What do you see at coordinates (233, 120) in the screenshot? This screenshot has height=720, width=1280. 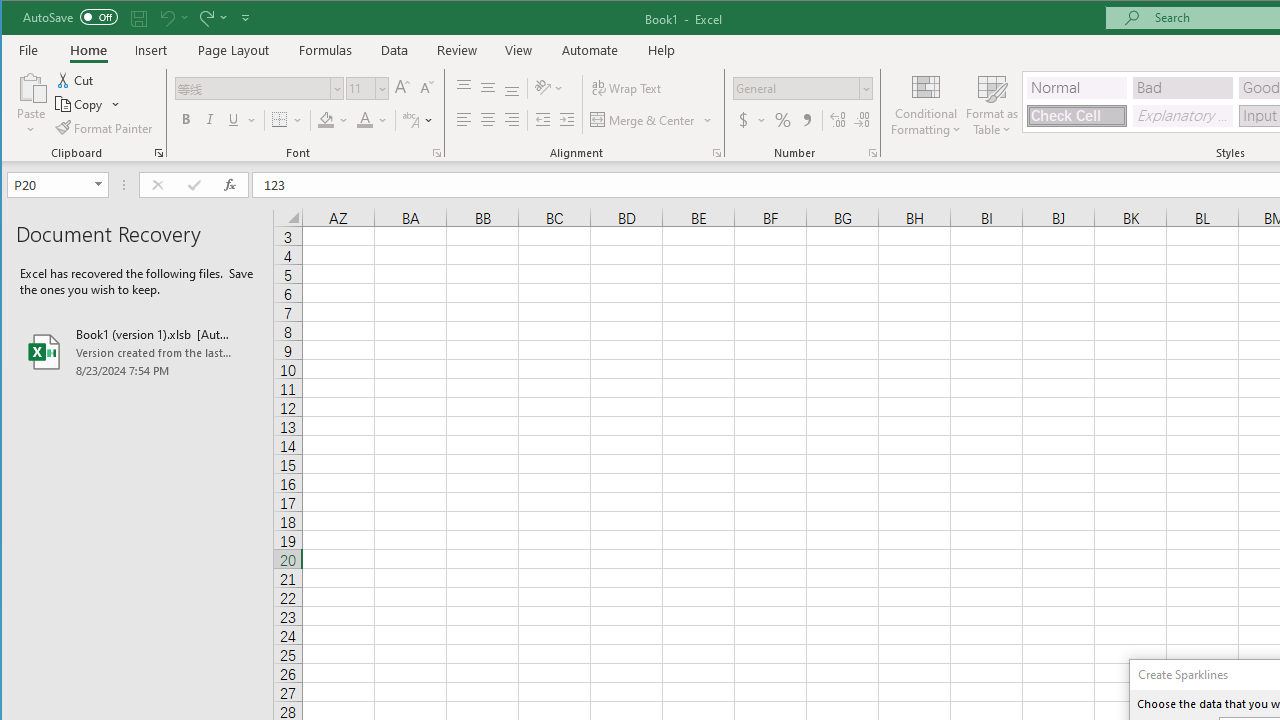 I see `'Underline'` at bounding box center [233, 120].